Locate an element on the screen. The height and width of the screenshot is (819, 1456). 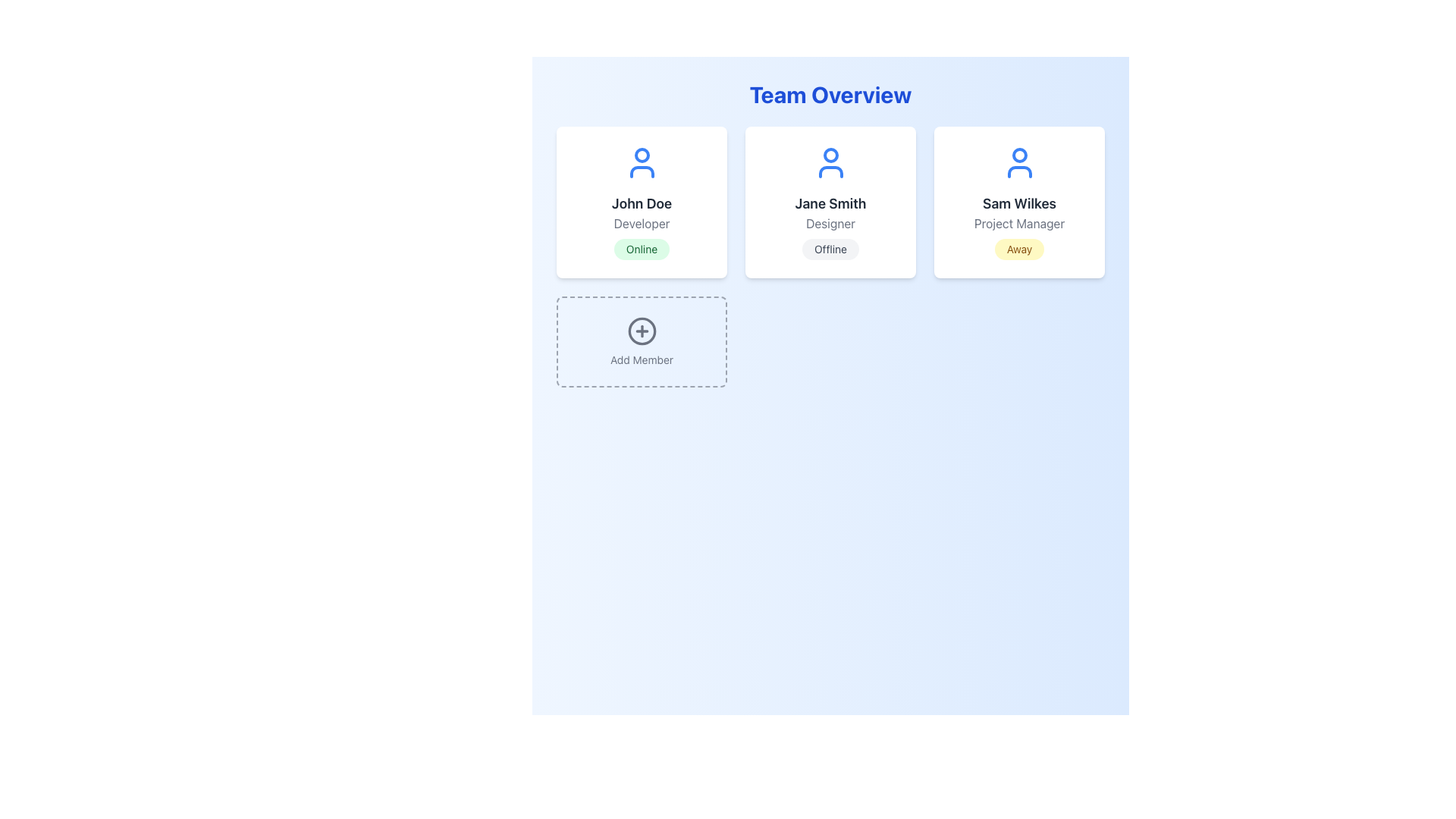
the 'Add Member' text label, which is positioned at the bottom of the dashed-bordered box, directly below the plus symbol icon is located at coordinates (642, 359).